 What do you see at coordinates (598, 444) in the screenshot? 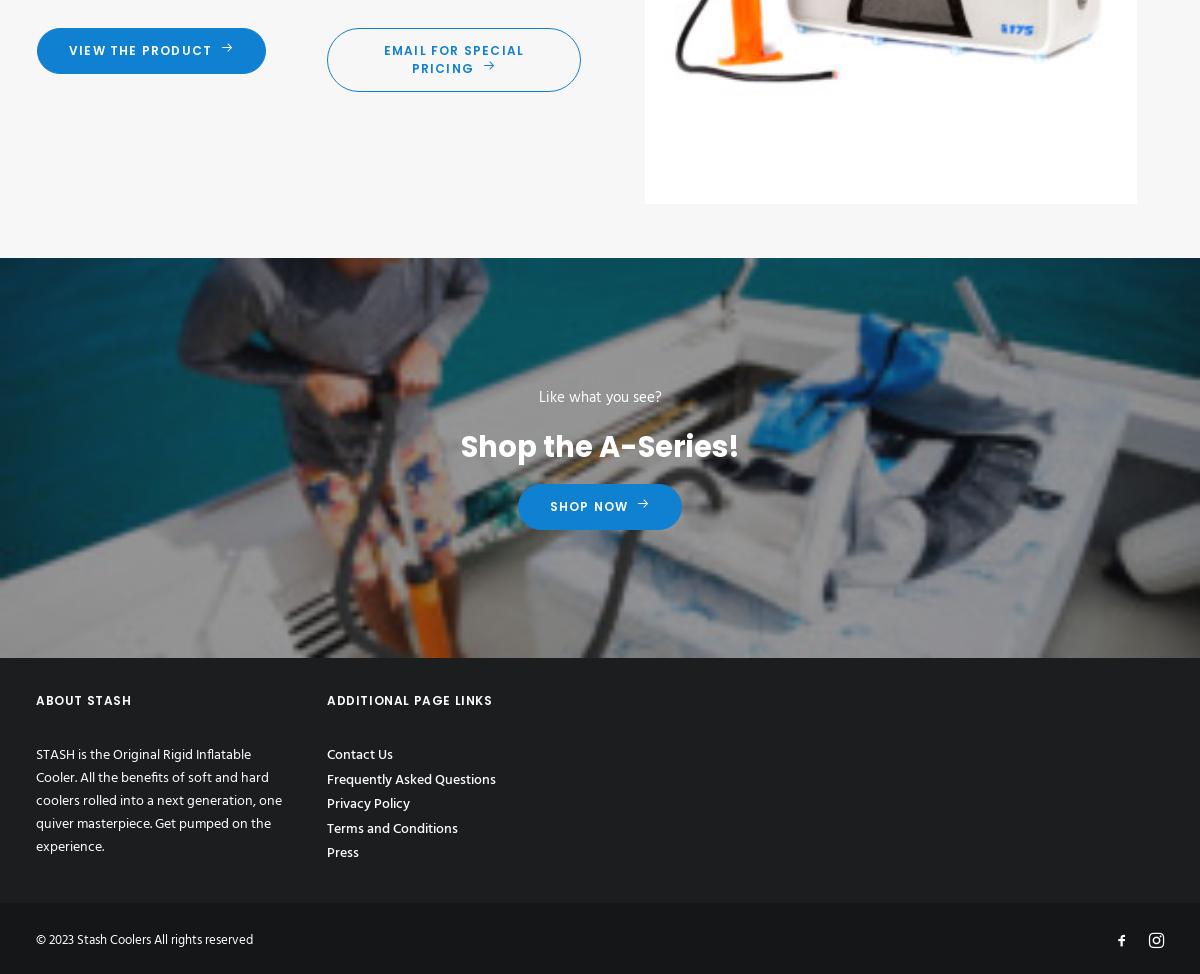
I see `'Shop the A-Series!'` at bounding box center [598, 444].